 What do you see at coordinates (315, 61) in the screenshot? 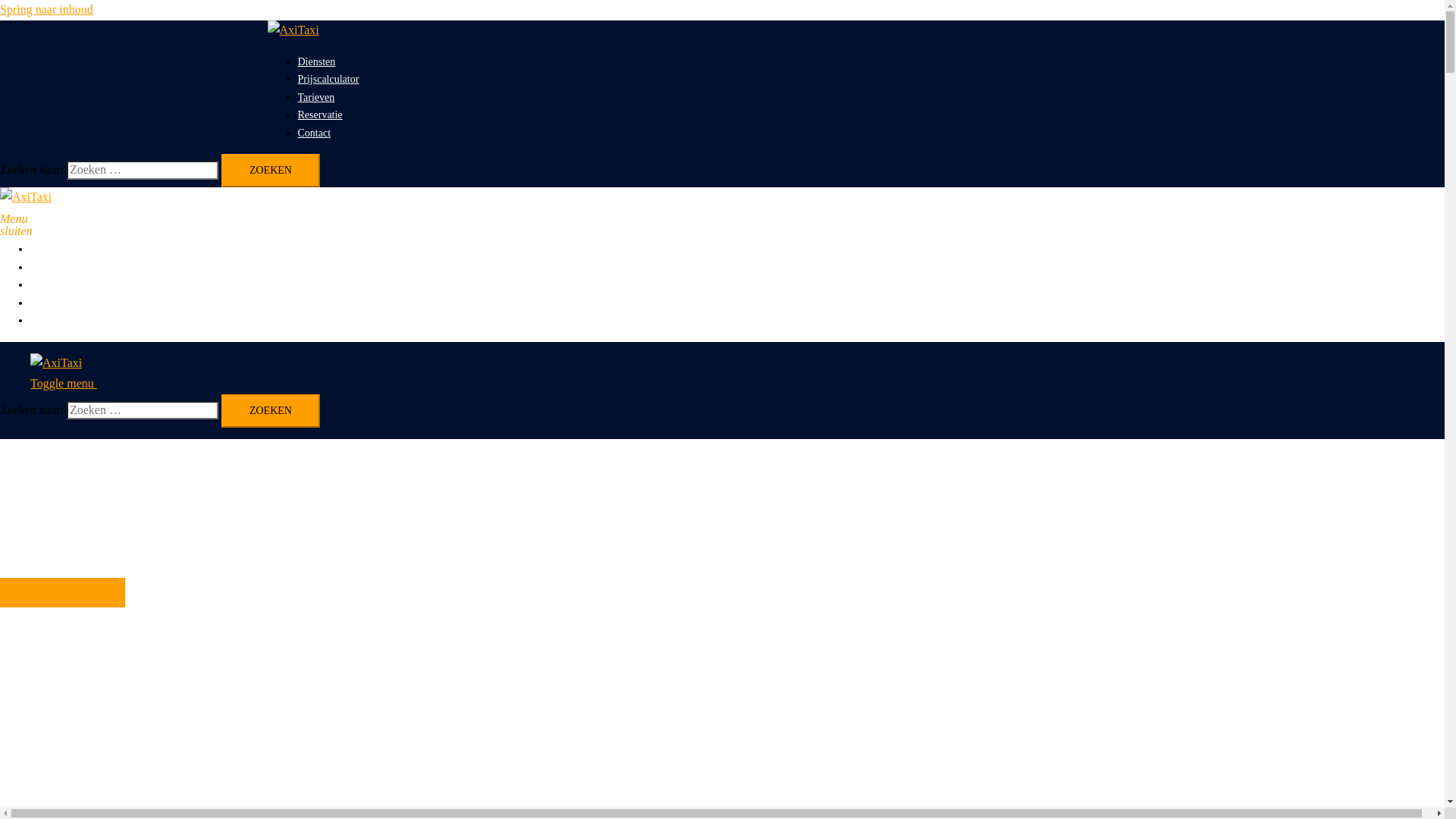
I see `'Diensten'` at bounding box center [315, 61].